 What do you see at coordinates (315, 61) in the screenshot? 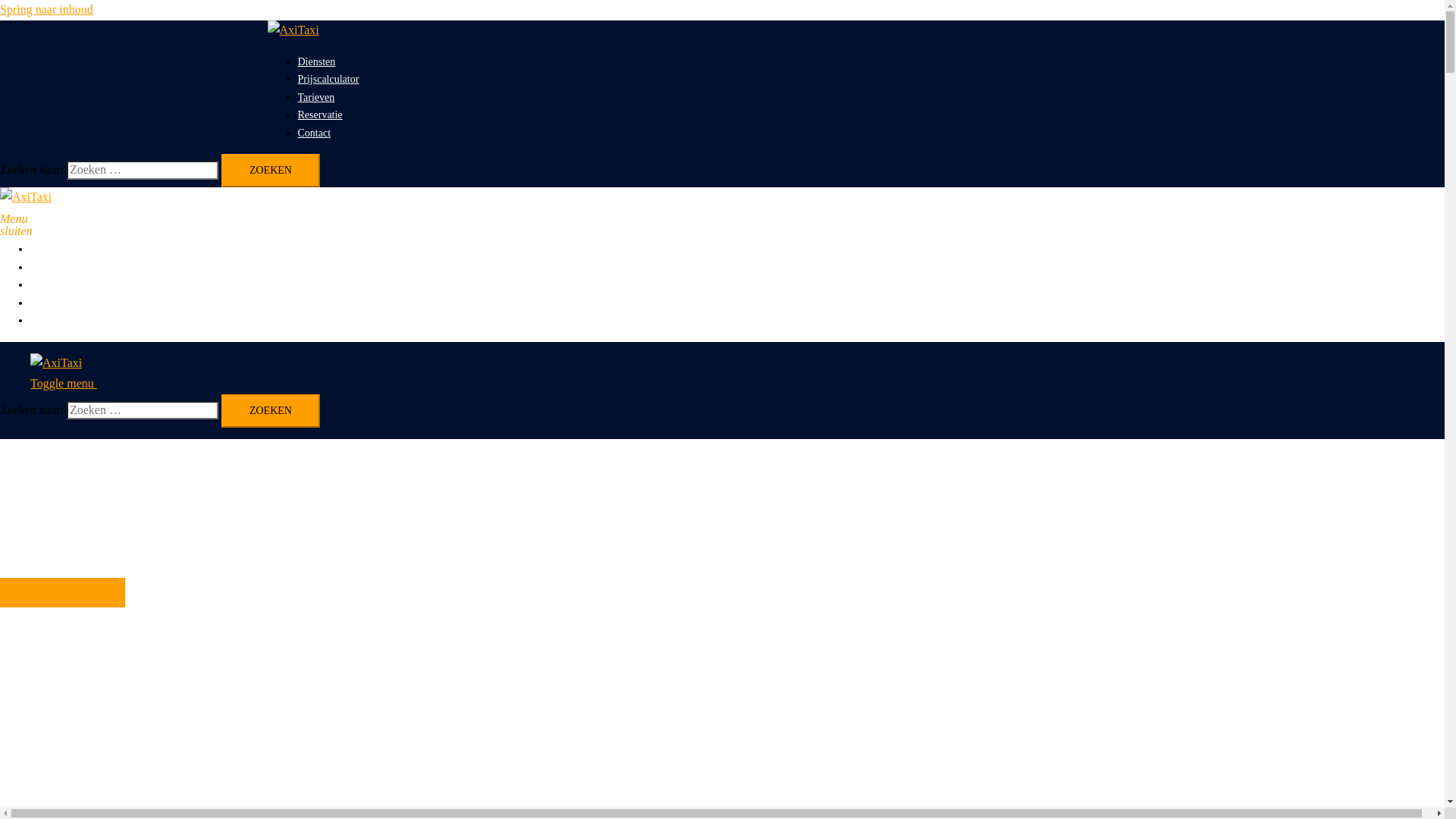
I see `'Diensten'` at bounding box center [315, 61].